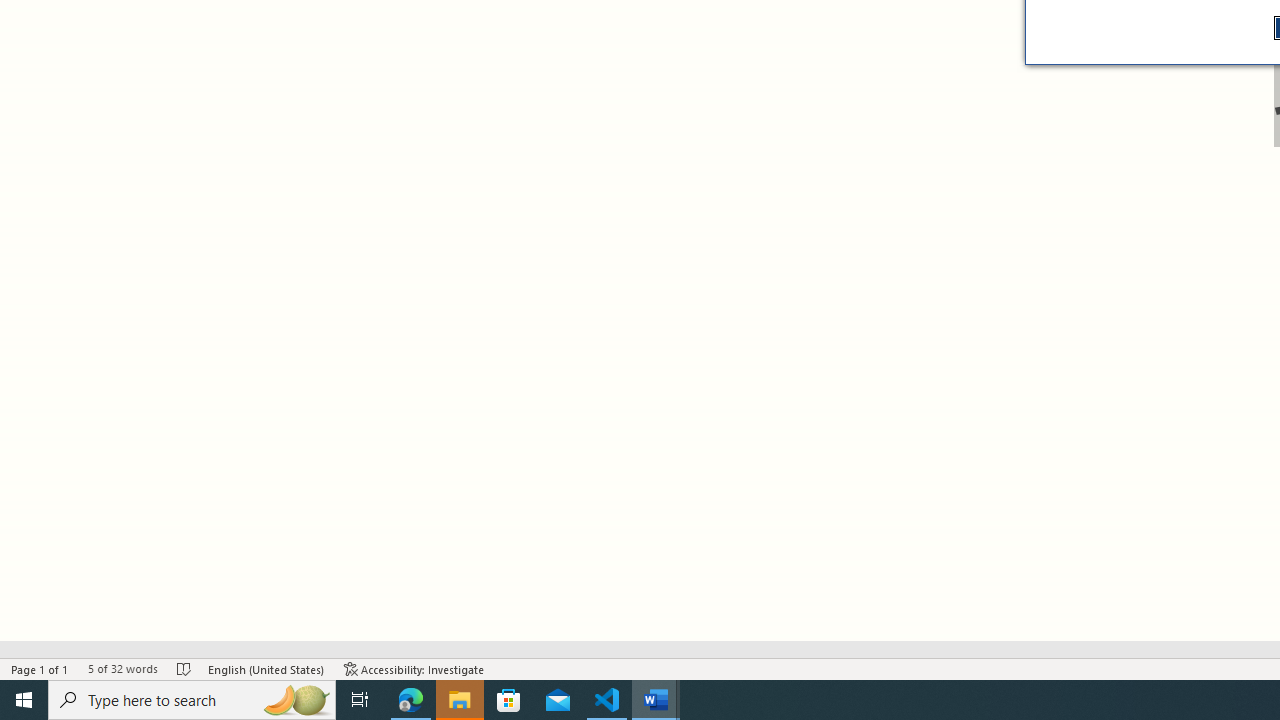 The height and width of the screenshot is (720, 1280). What do you see at coordinates (459, 698) in the screenshot?
I see `'File Explorer - 1 running window'` at bounding box center [459, 698].